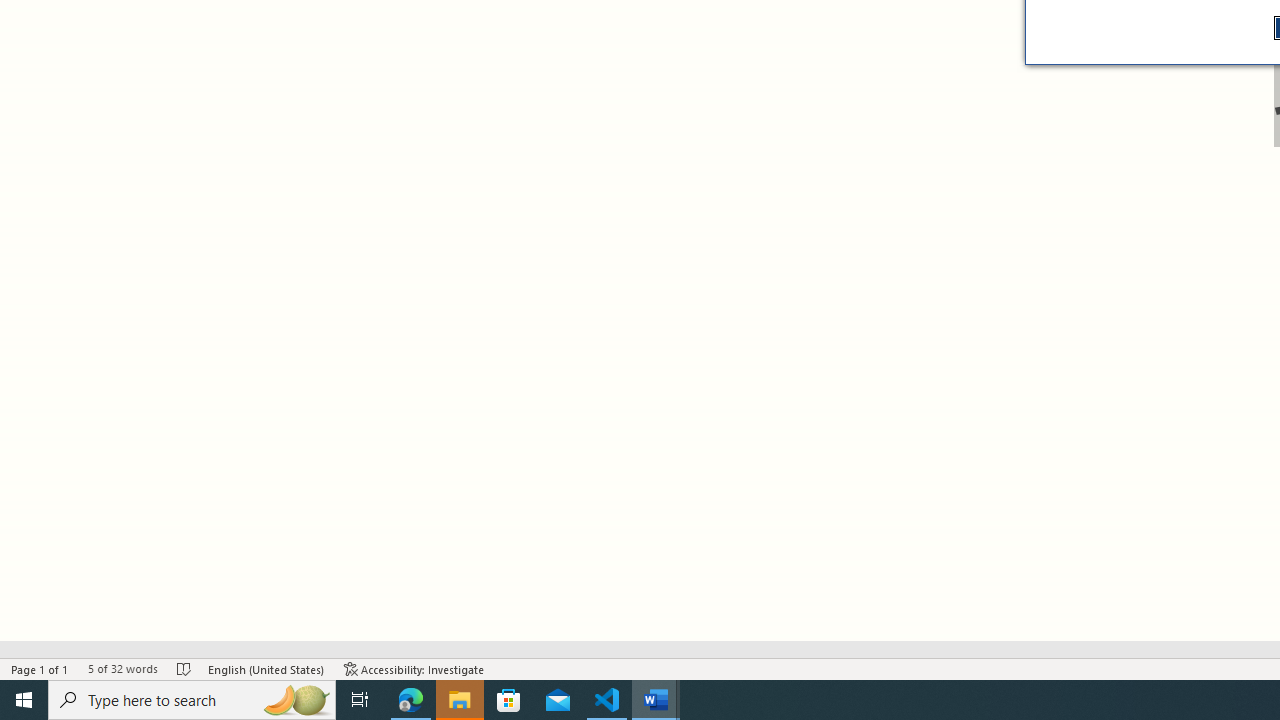 The height and width of the screenshot is (720, 1280). What do you see at coordinates (459, 698) in the screenshot?
I see `'File Explorer - 1 running window'` at bounding box center [459, 698].